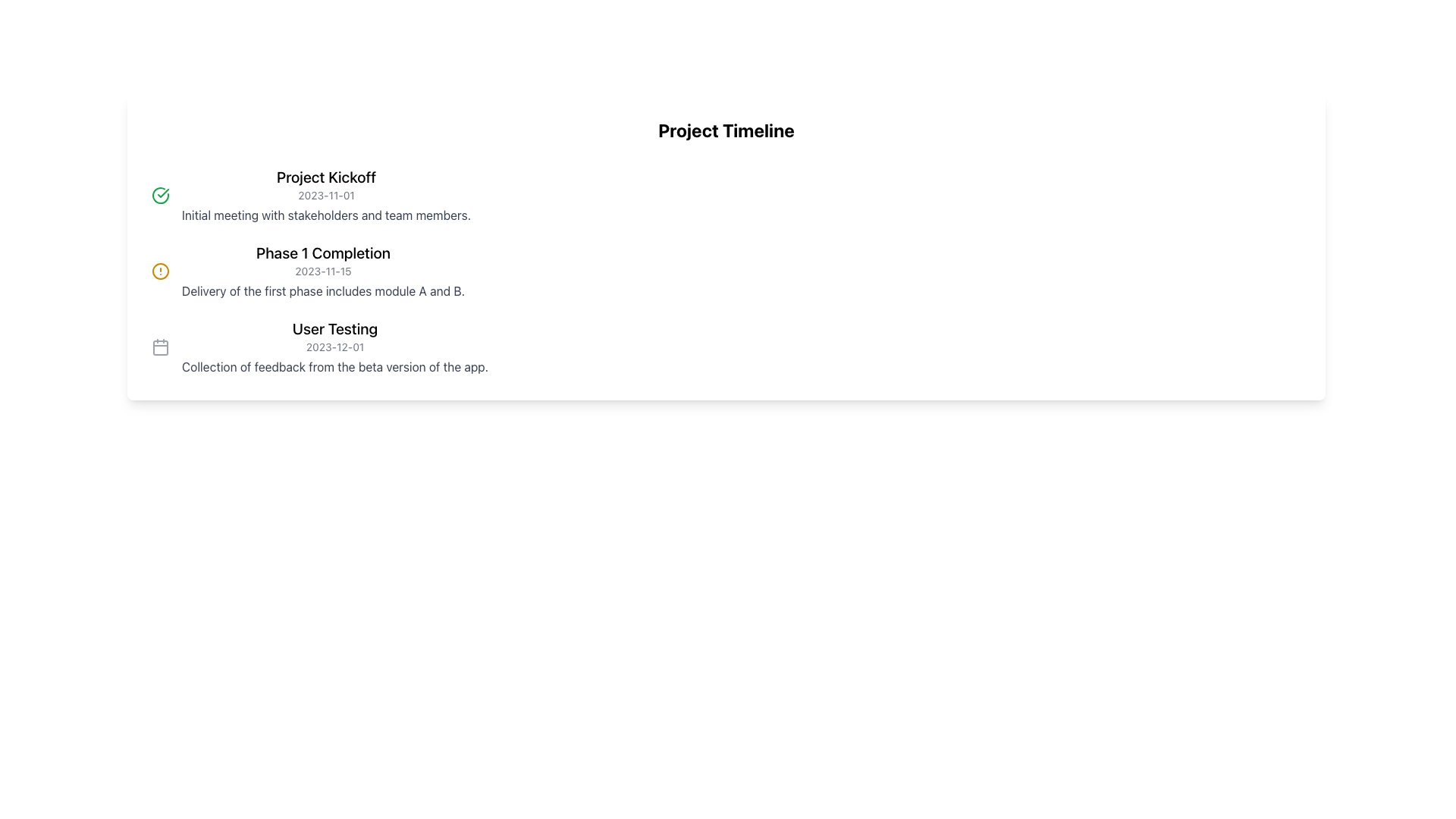 This screenshot has height=819, width=1456. Describe the element at coordinates (325, 195) in the screenshot. I see `date text displayed in light gray color below the title 'Project Kickoff' in the timeline layout` at that location.